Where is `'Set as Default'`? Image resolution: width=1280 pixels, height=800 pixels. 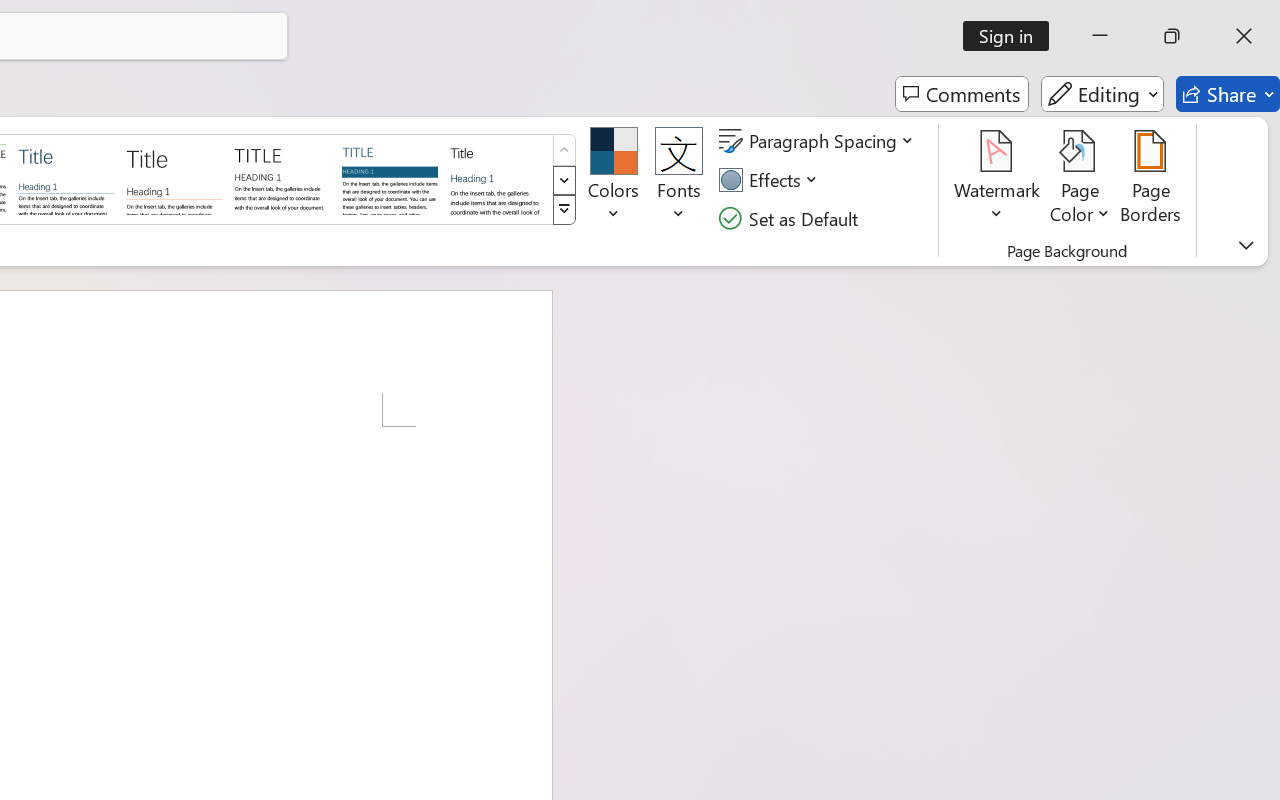 'Set as Default' is located at coordinates (790, 218).